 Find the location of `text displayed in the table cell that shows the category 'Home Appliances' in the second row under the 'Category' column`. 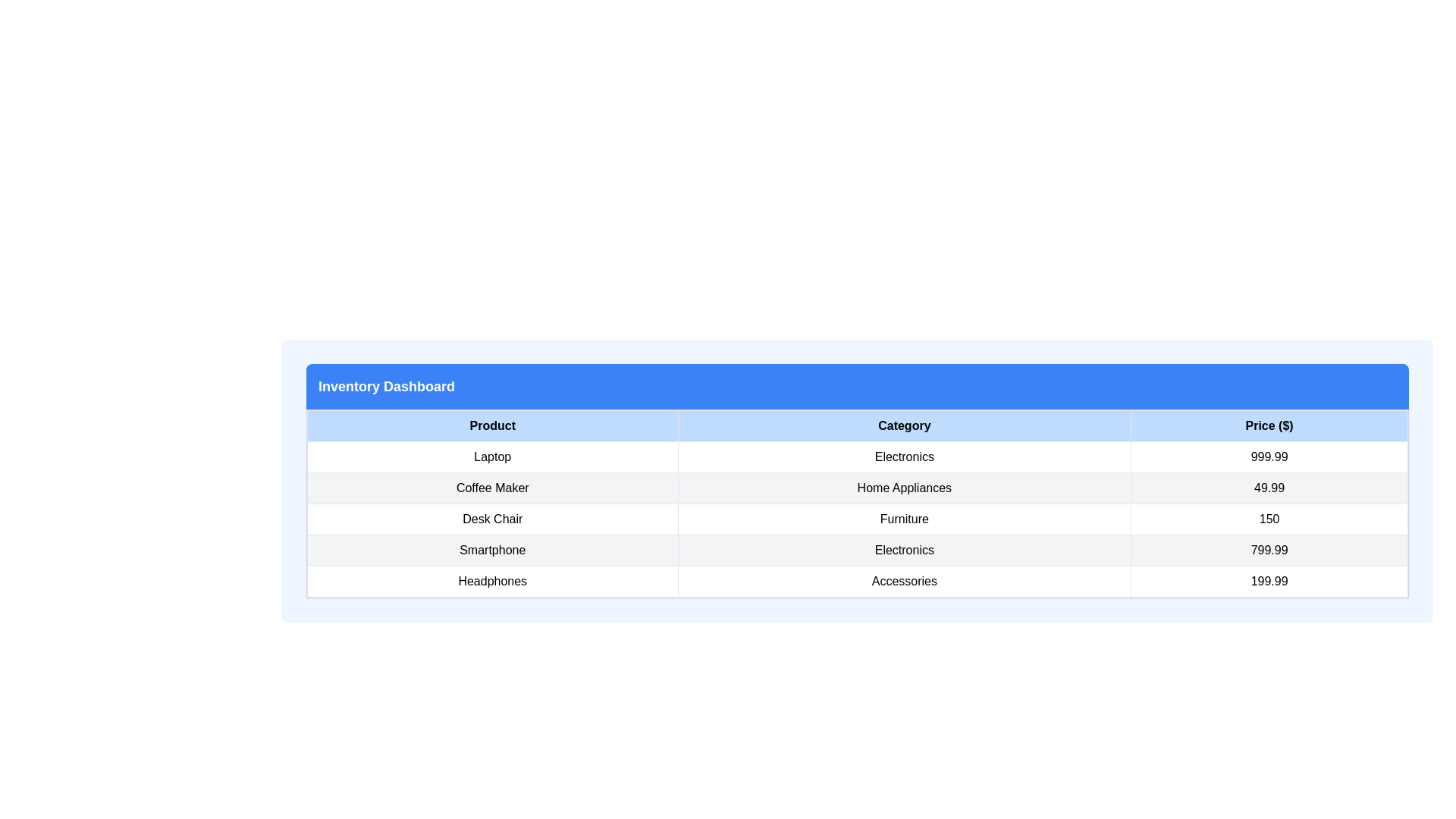

text displayed in the table cell that shows the category 'Home Appliances' in the second row under the 'Category' column is located at coordinates (904, 488).